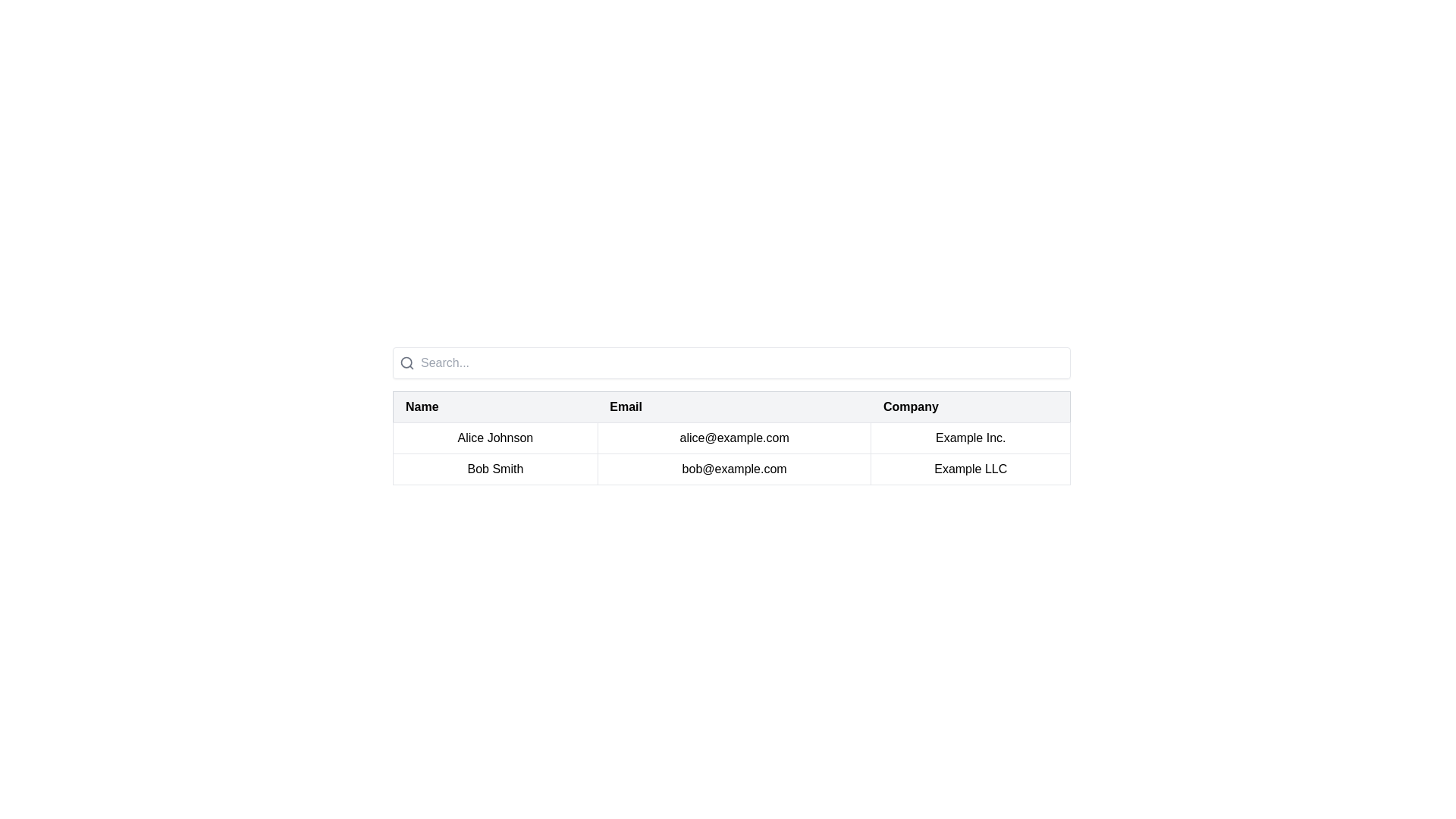  Describe the element at coordinates (495, 468) in the screenshot. I see `the table cell containing the text 'Bob Smith' located in the first column under the header 'Name', which is in the second row of the table` at that location.